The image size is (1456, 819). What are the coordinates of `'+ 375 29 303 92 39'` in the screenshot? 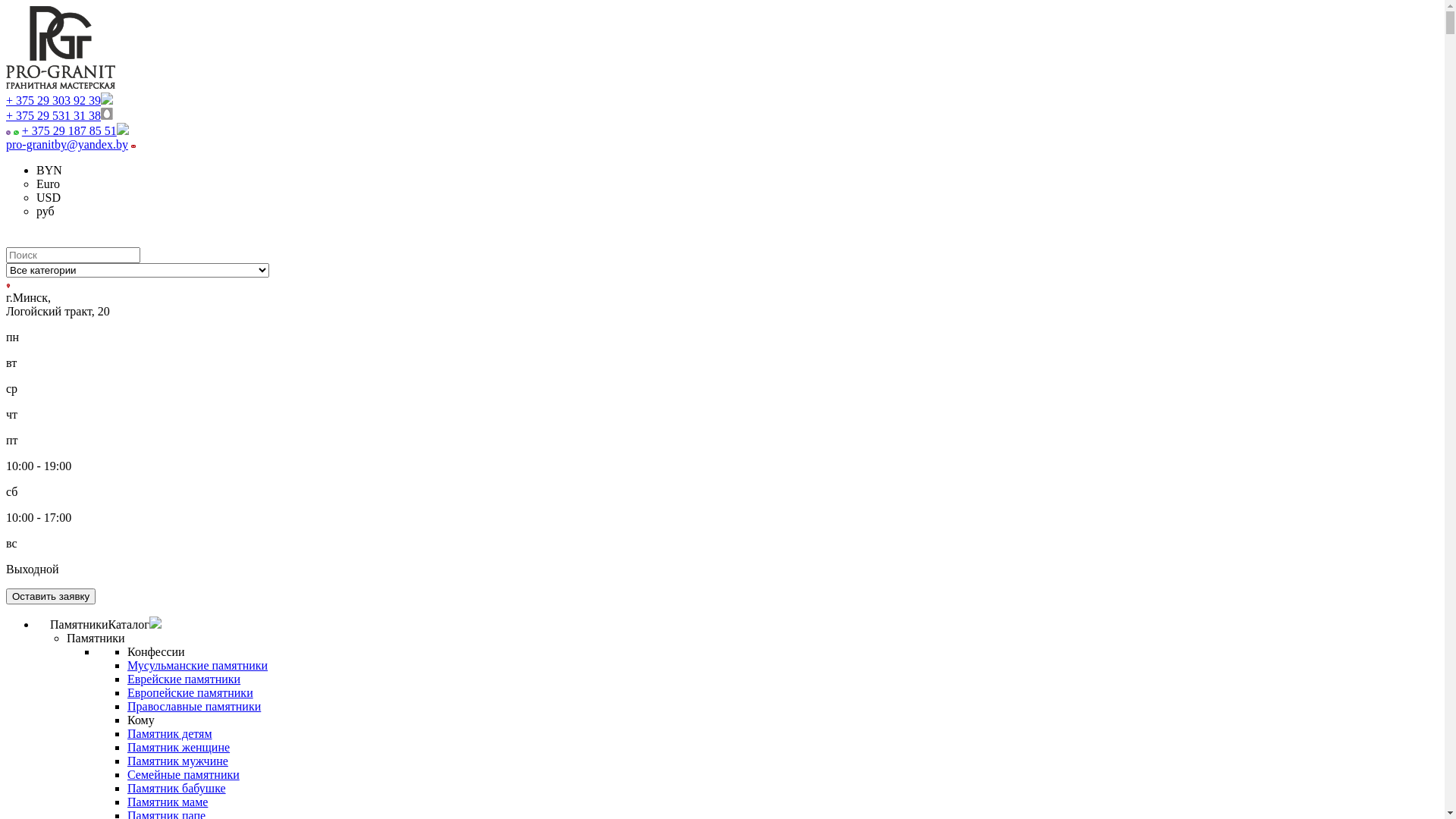 It's located at (59, 100).